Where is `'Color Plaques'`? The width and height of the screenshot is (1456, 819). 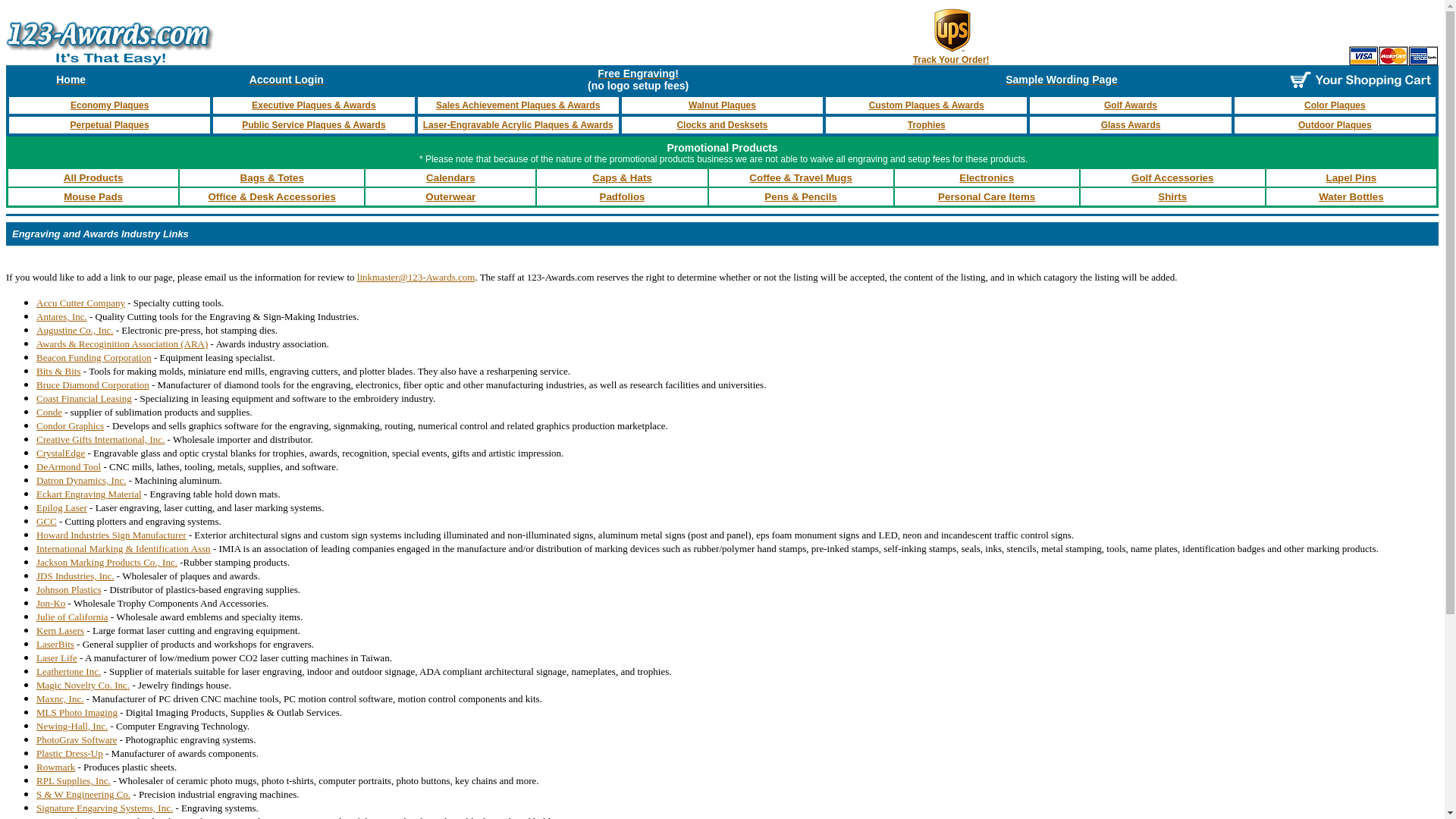 'Color Plaques' is located at coordinates (1303, 104).